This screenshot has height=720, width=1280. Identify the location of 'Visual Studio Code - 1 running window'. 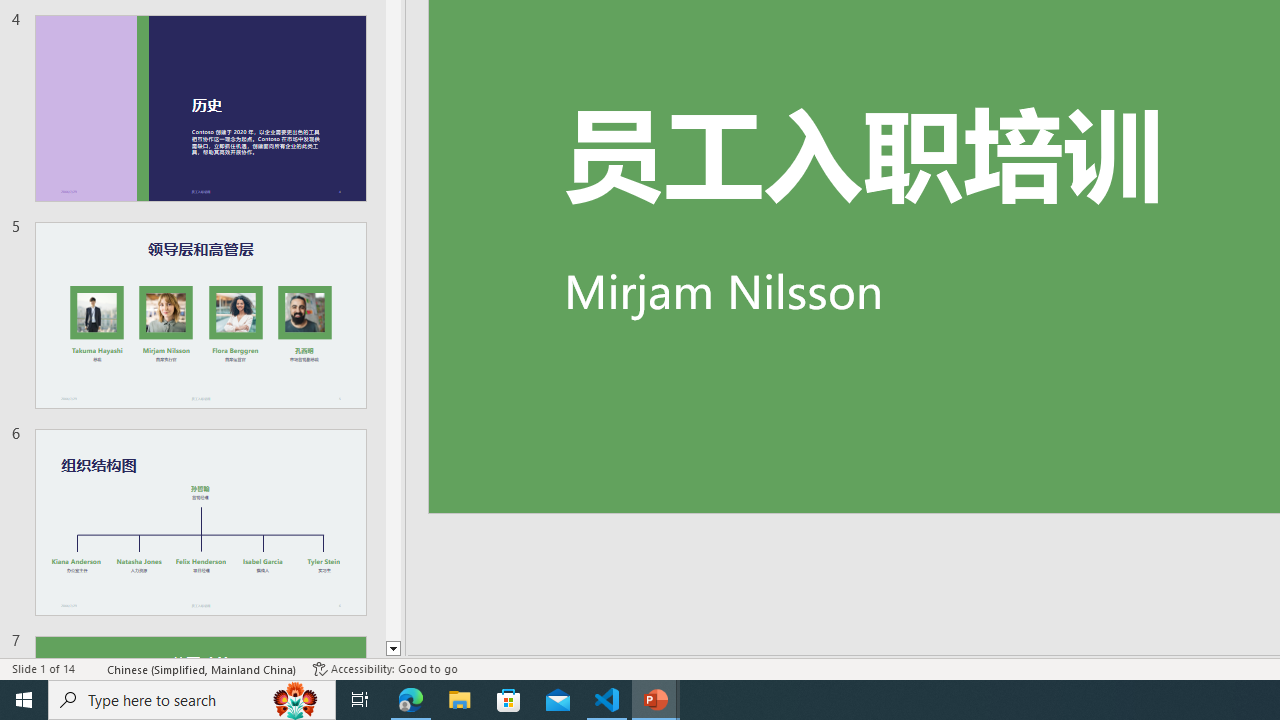
(606, 698).